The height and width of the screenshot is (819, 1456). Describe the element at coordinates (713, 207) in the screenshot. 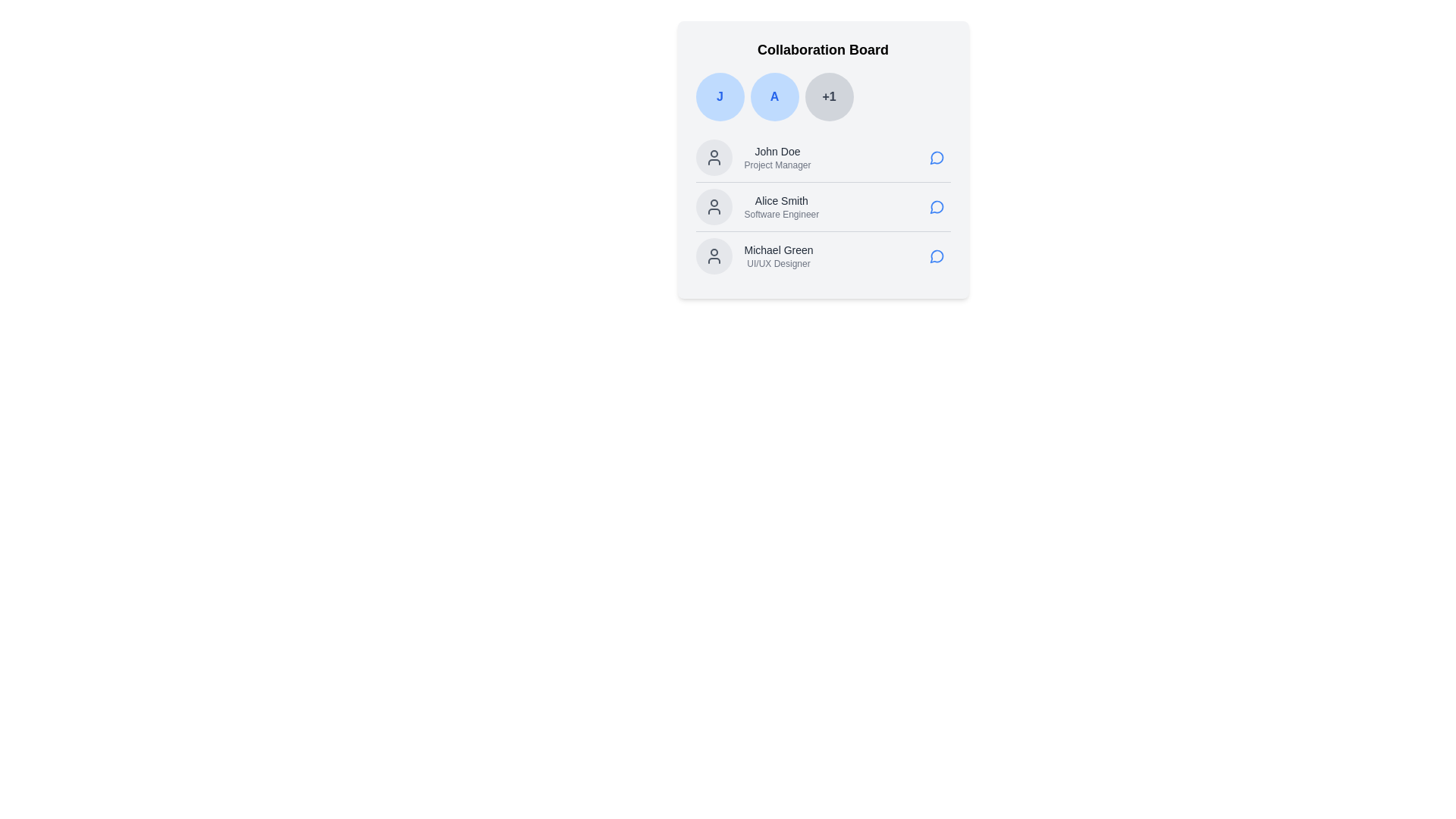

I see `the Profile Avatar representing 'Alice Smith', which is positioned to the left of 'Alice Smith Software Engineer' in the 'Collaboration Board' panel` at that location.